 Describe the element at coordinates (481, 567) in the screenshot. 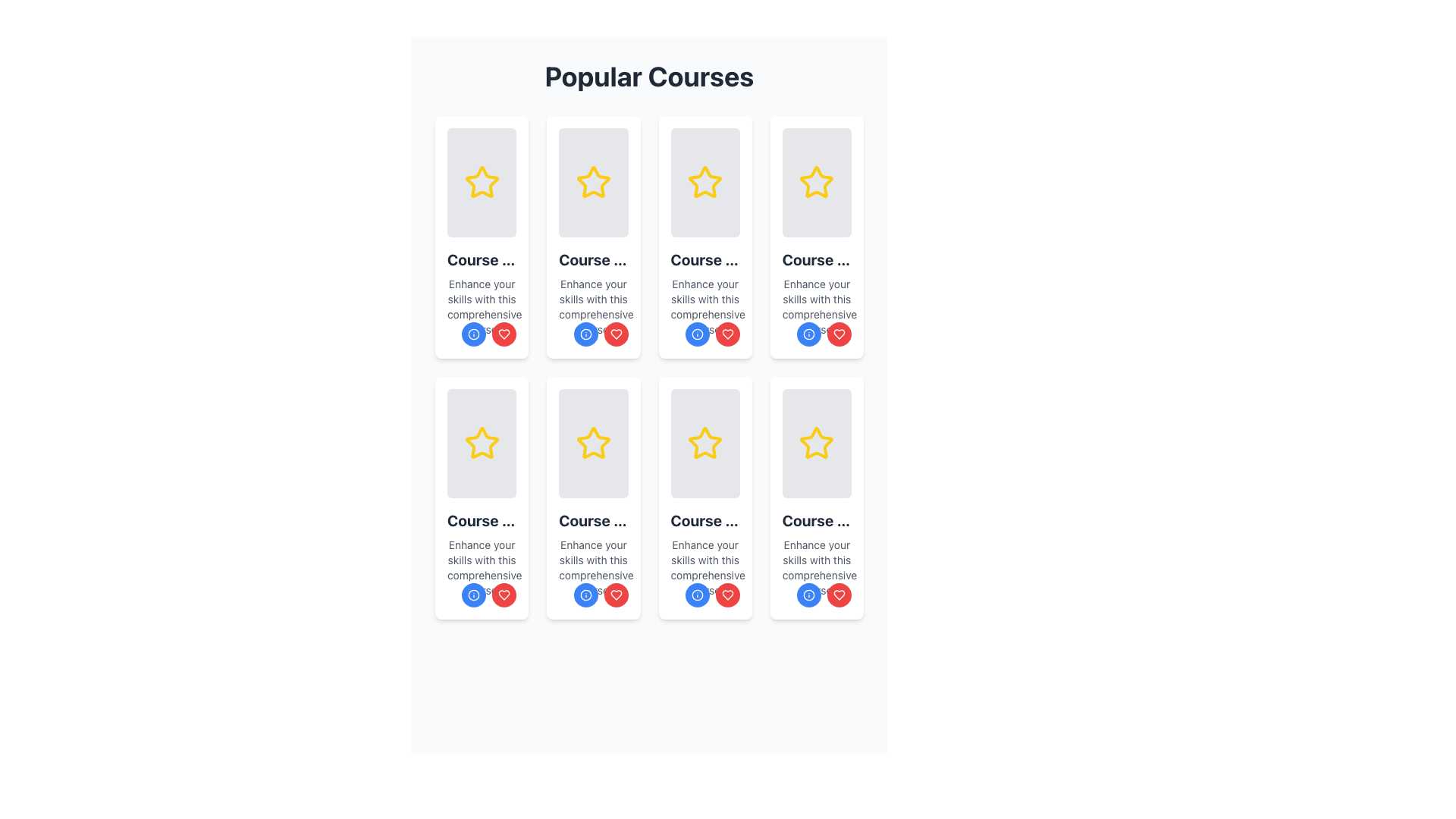

I see `text content of the text block displaying 'Enhance your skills with this comprehensive course.' located in the second row of the course grid, below the course title` at that location.